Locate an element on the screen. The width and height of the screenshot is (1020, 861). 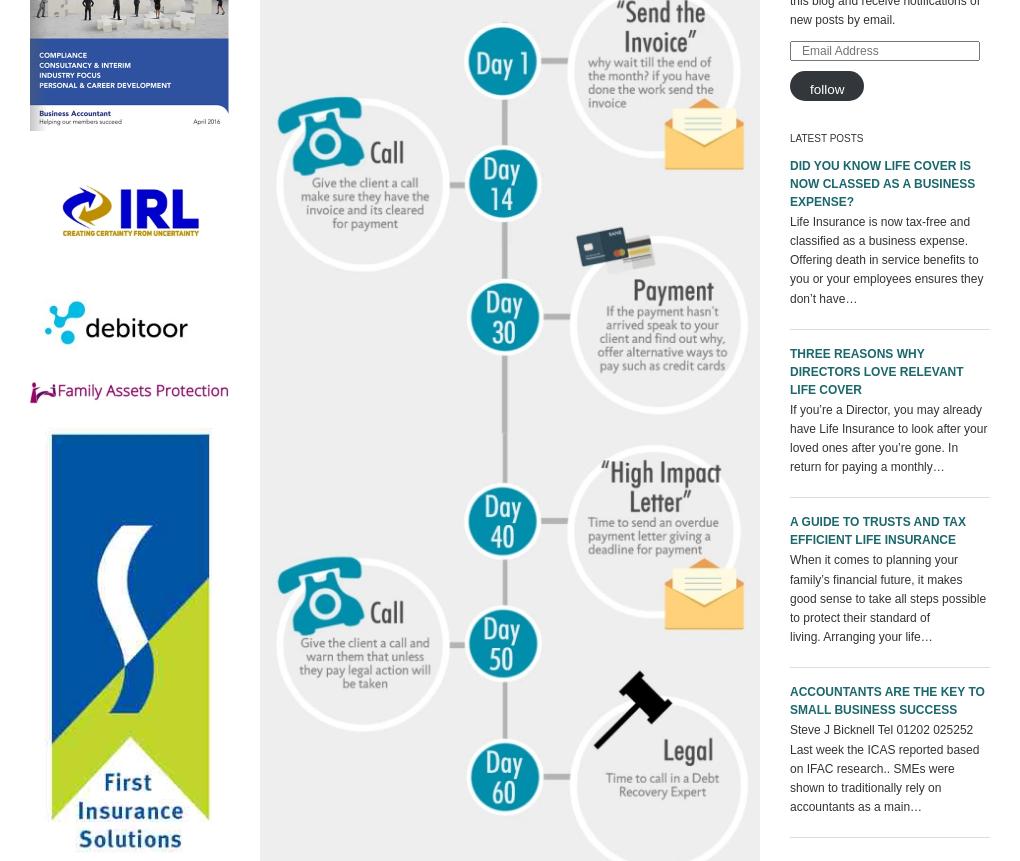
'Follow' is located at coordinates (826, 87).